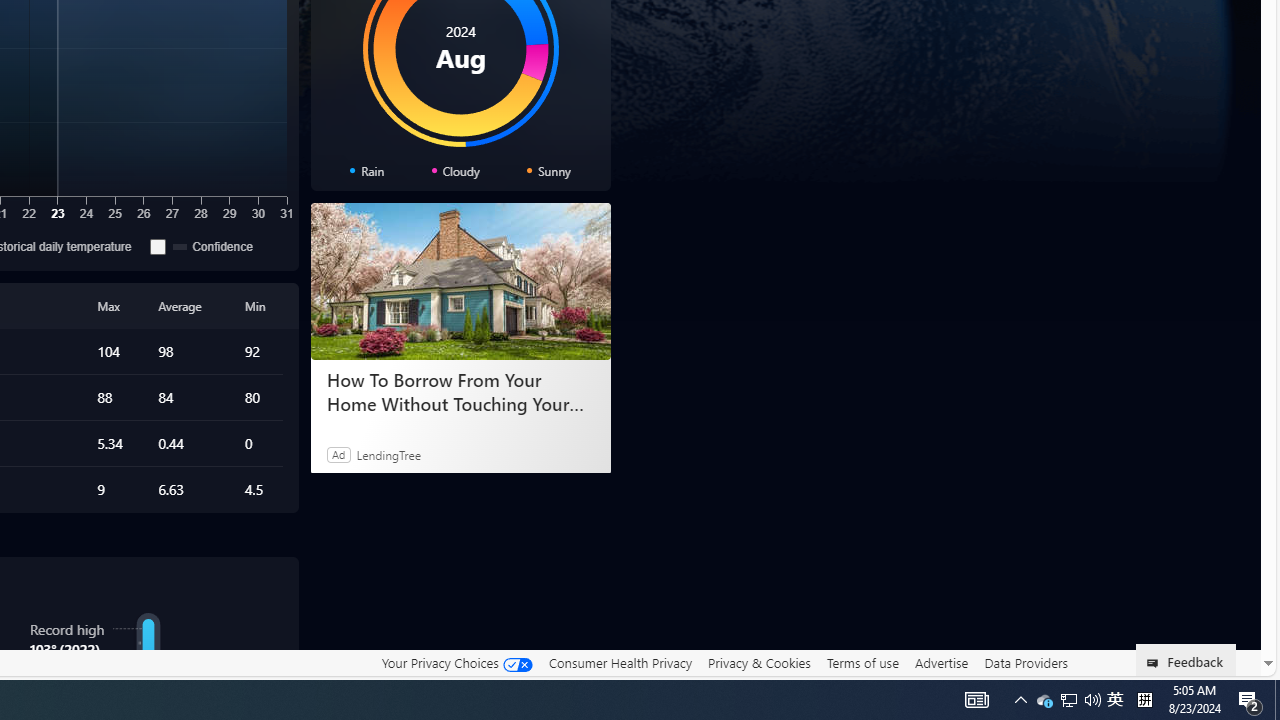 The width and height of the screenshot is (1280, 720). What do you see at coordinates (1025, 663) in the screenshot?
I see `'Data Providers'` at bounding box center [1025, 663].